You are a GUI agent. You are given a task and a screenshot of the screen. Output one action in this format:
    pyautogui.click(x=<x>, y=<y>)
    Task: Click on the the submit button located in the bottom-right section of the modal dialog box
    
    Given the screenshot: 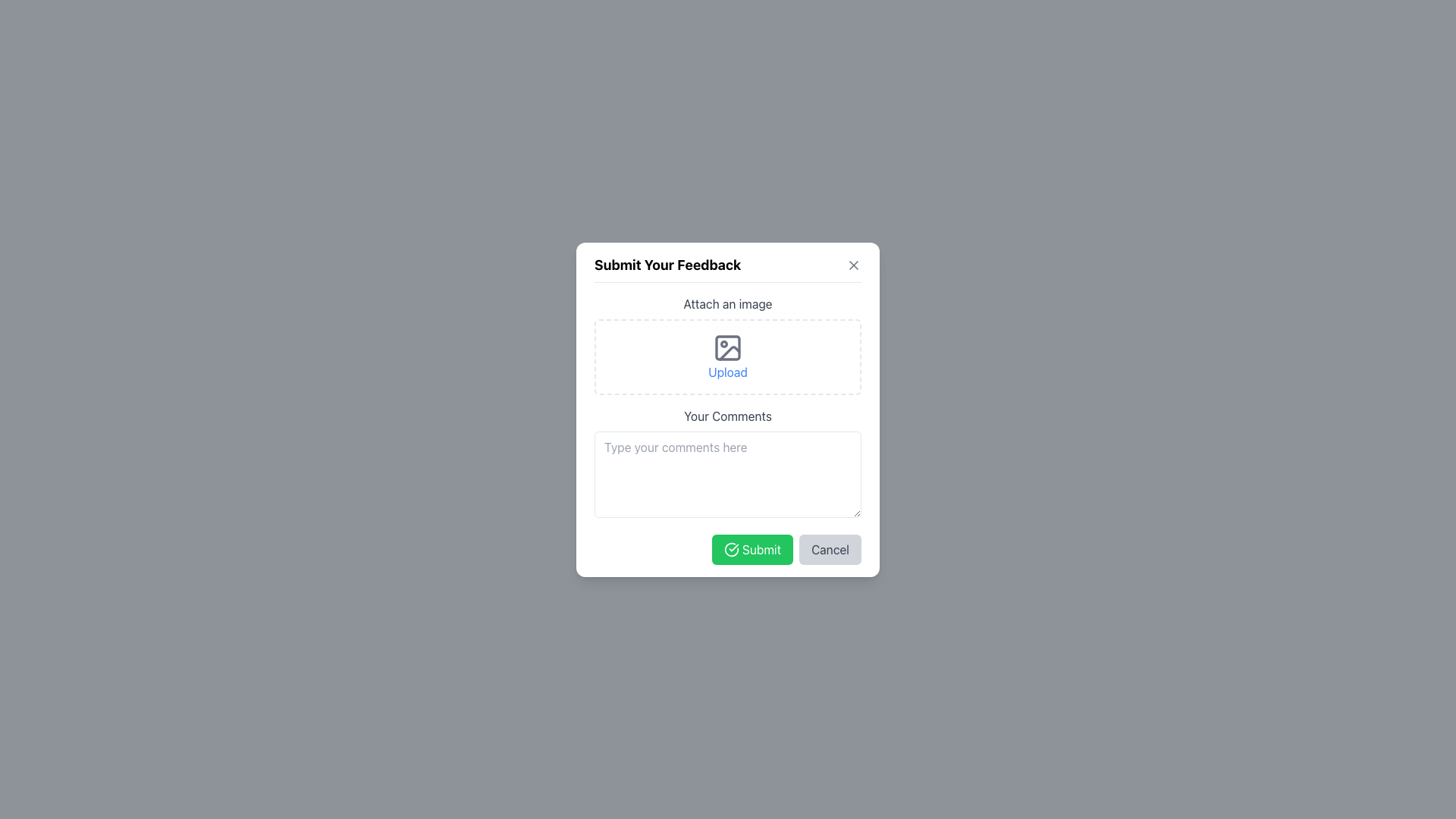 What is the action you would take?
    pyautogui.click(x=752, y=549)
    